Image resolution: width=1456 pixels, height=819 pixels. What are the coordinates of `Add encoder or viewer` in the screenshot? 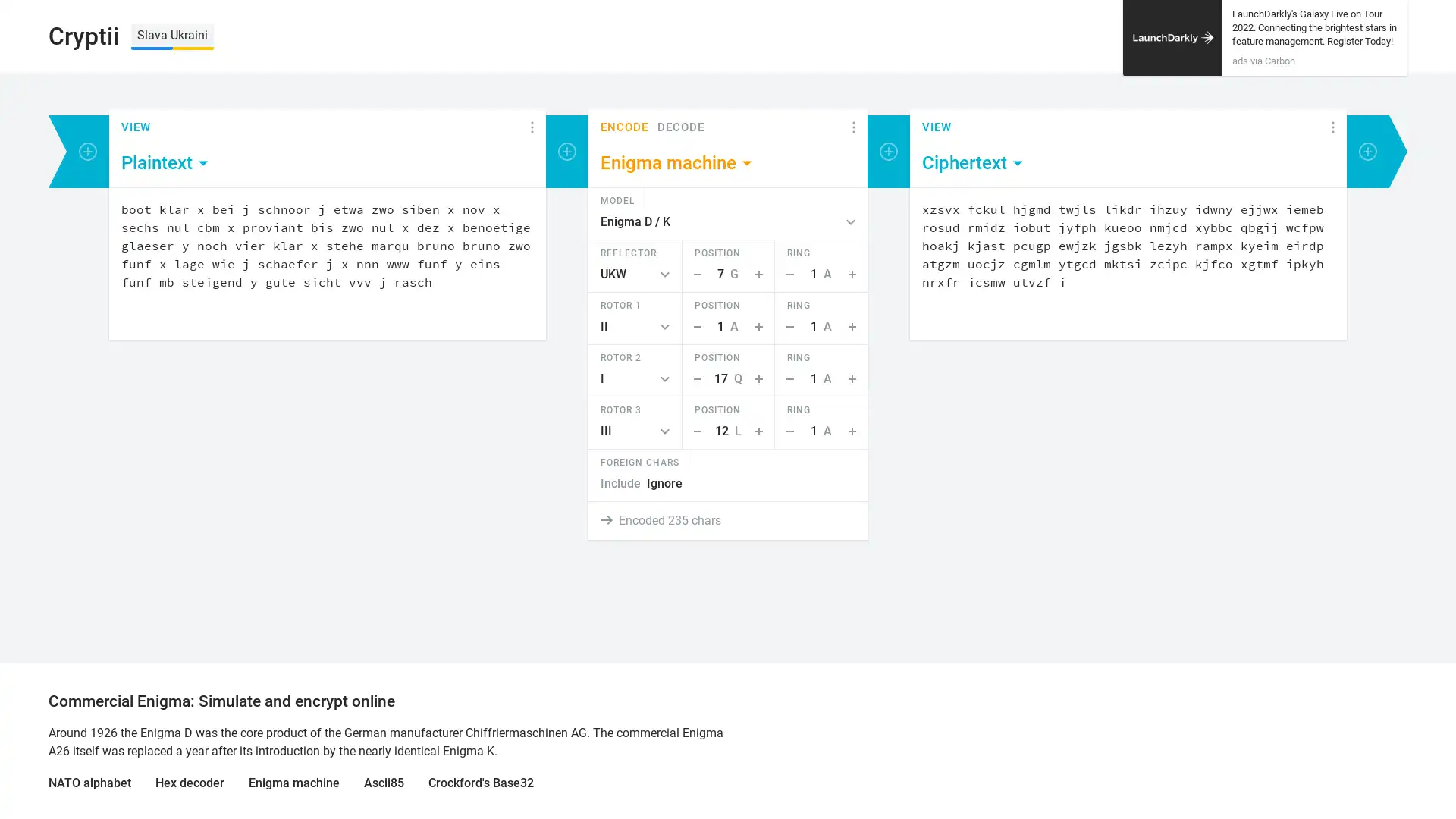 It's located at (1368, 152).